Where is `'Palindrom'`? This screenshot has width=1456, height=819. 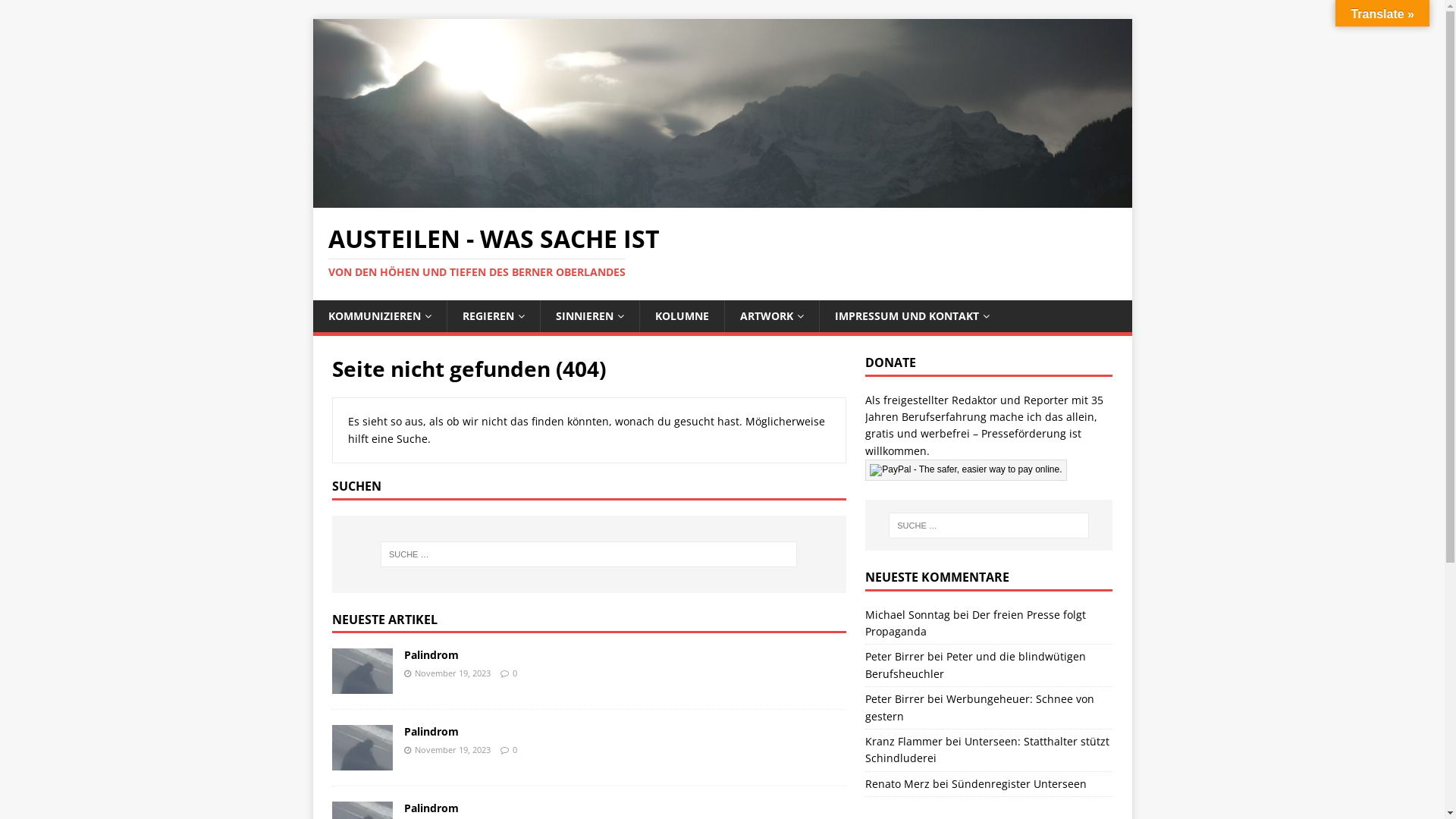 'Palindrom' is located at coordinates (362, 685).